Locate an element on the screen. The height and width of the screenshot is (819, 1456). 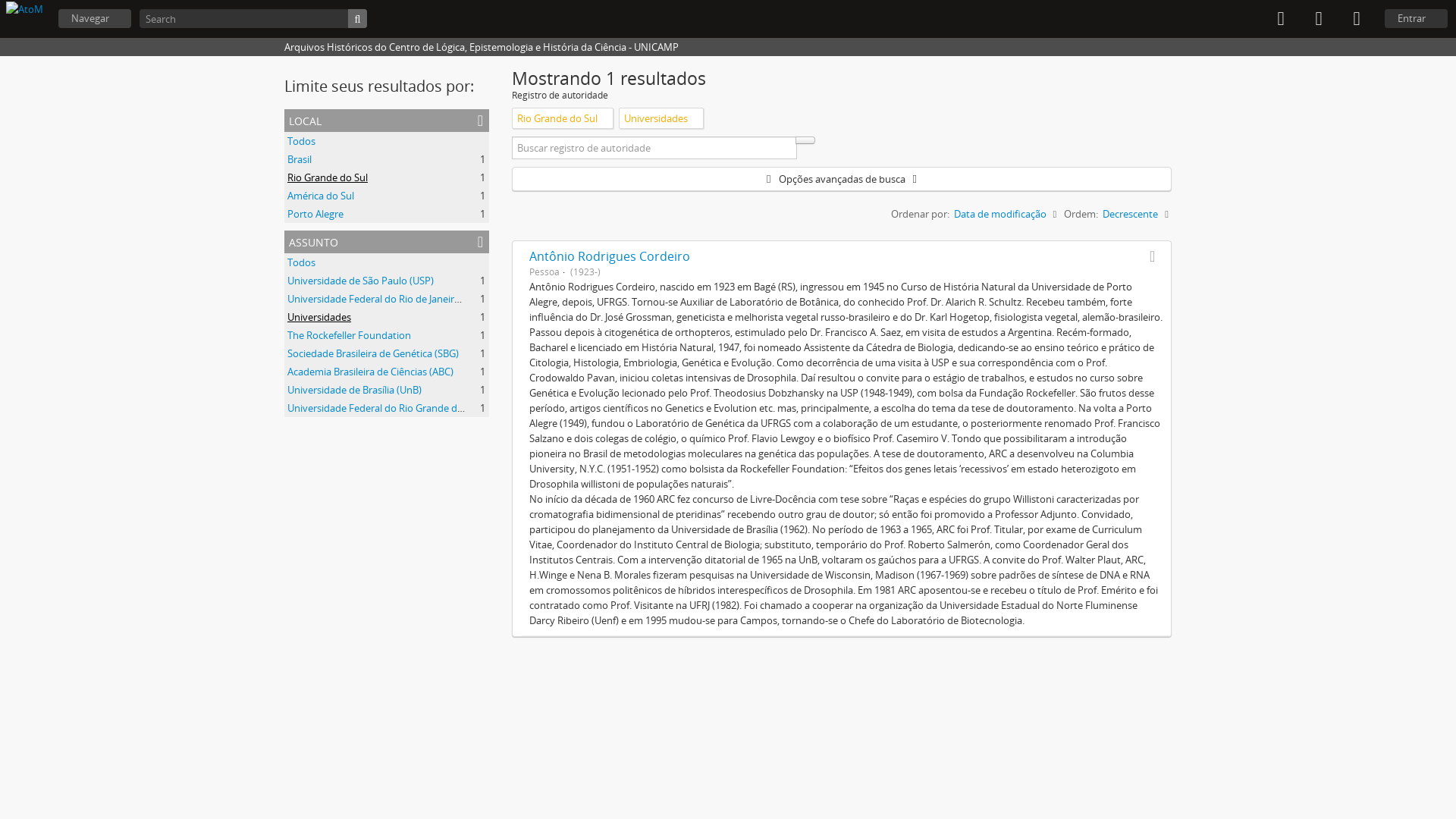
'Porto Alegre' is located at coordinates (315, 213).